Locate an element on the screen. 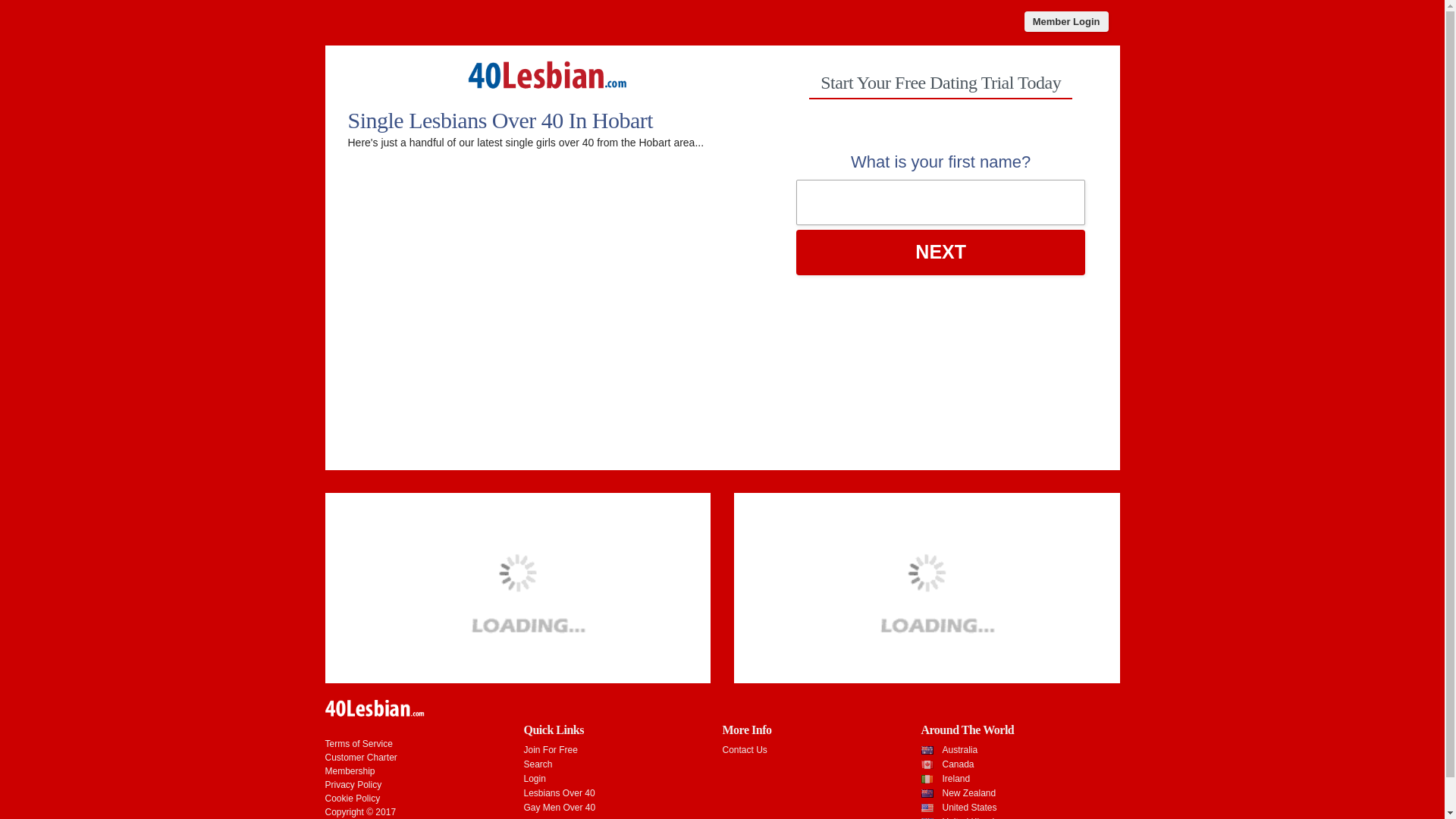 This screenshot has height=819, width=1456. 'Membership' is located at coordinates (348, 771).